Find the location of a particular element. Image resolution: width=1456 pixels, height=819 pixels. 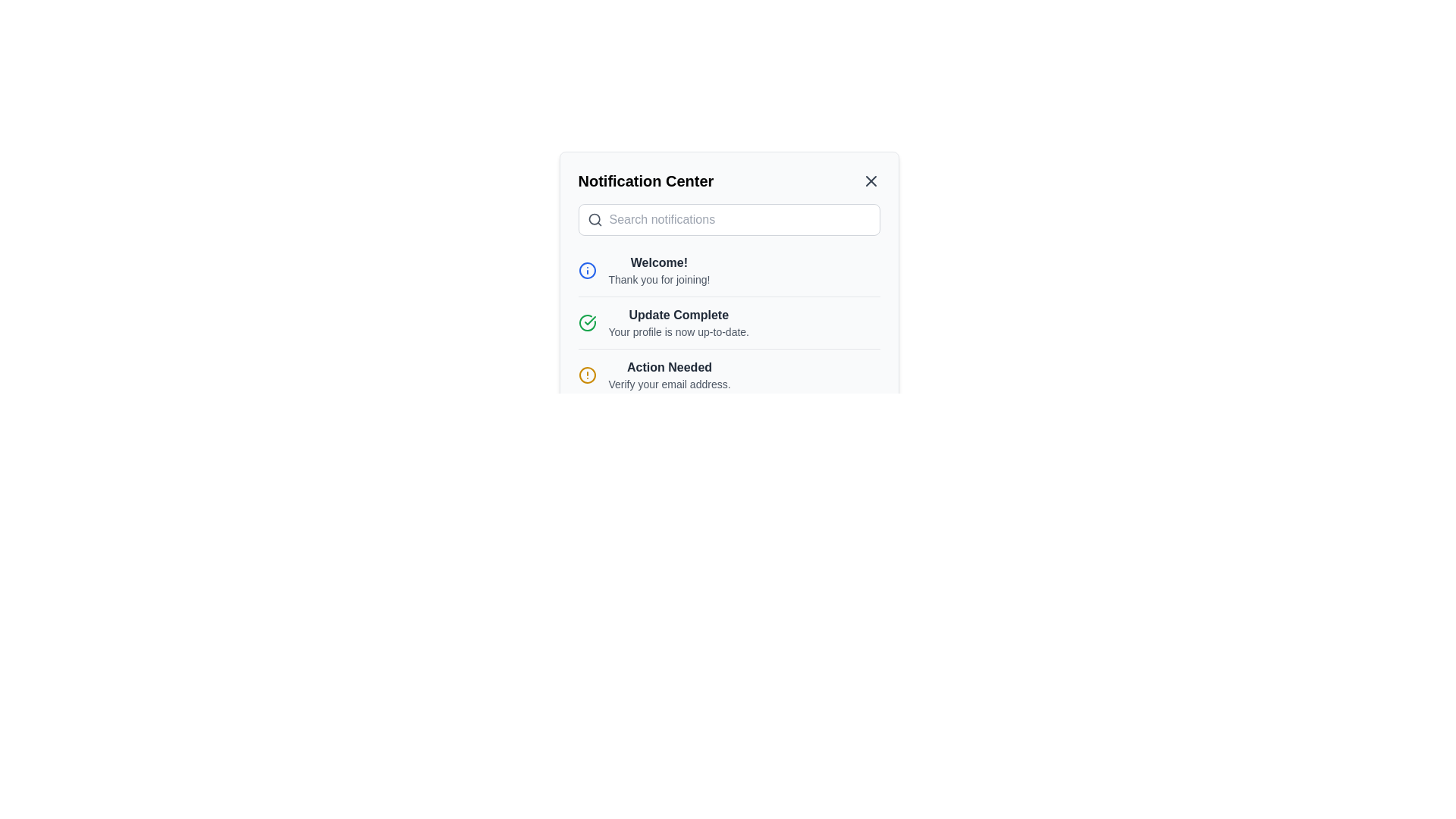

text snippet stating 'Your profile is now up-to-date.' located beneath the bold heading 'Update Complete' in the second notification entry of the 'Notification Center.' is located at coordinates (678, 331).